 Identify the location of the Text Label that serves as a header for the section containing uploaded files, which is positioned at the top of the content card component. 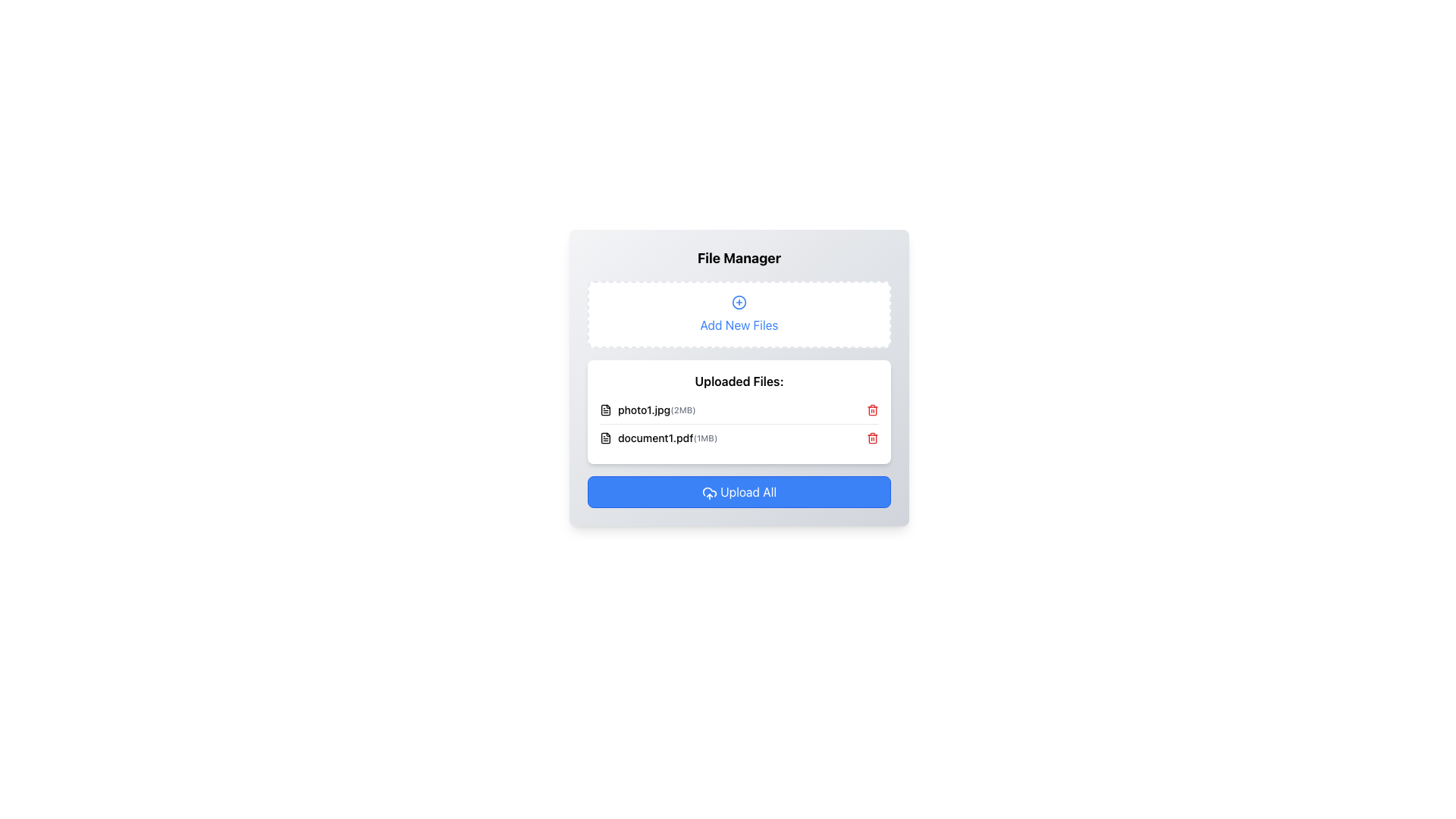
(739, 380).